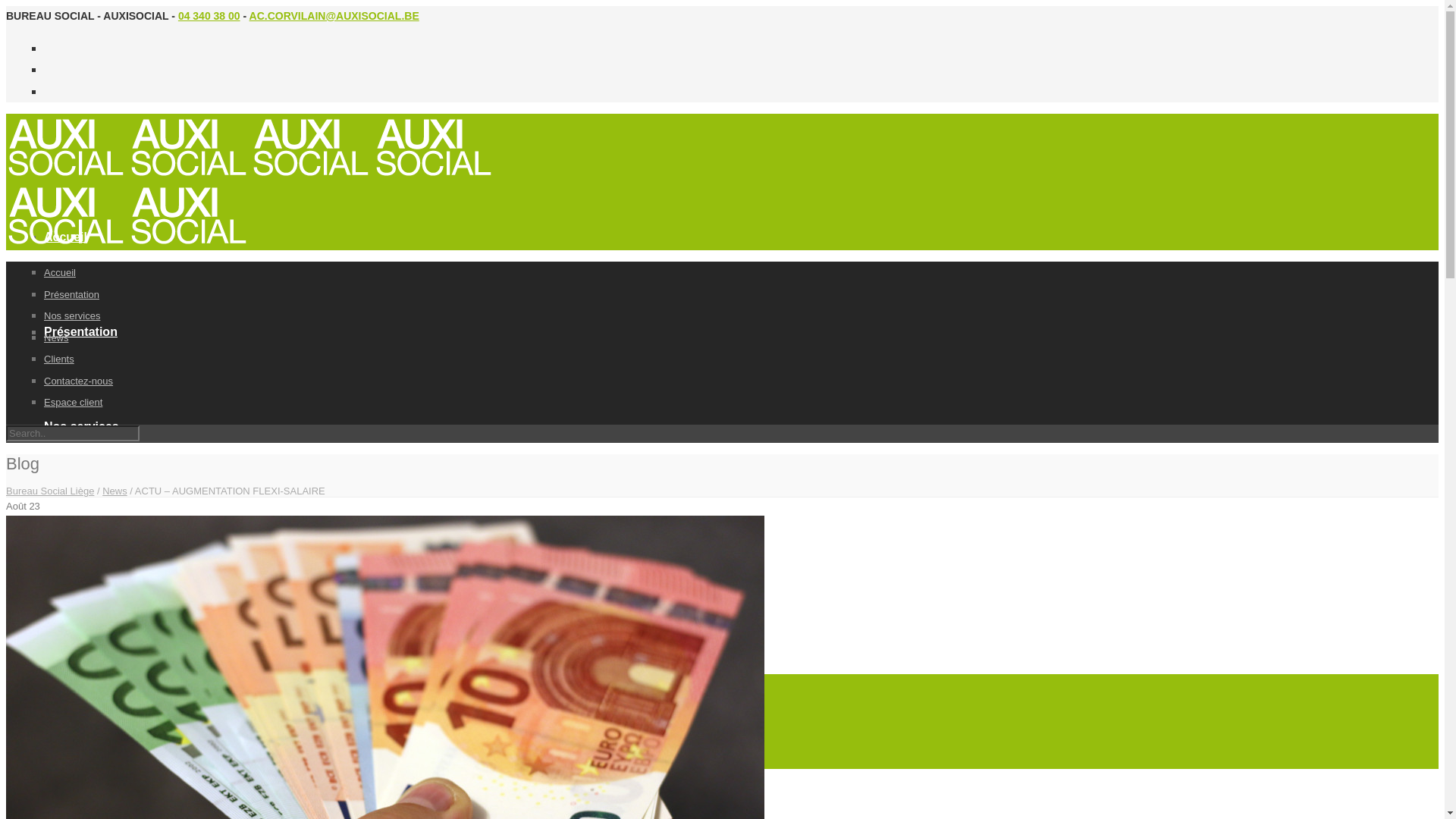 The image size is (1456, 819). Describe the element at coordinates (71, 315) in the screenshot. I see `'Nos services'` at that location.